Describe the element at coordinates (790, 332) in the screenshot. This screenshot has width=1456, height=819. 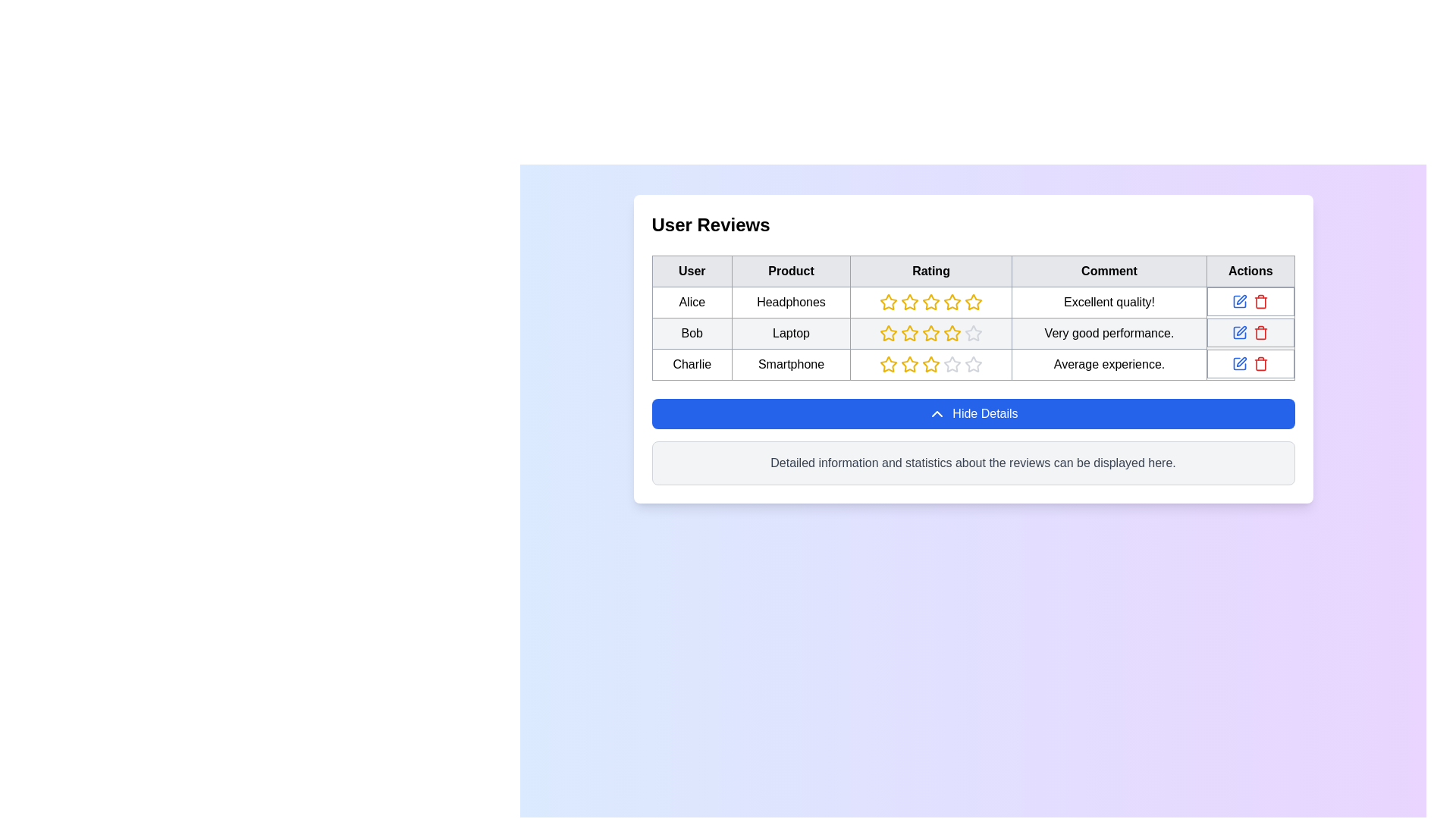
I see `the Text display label in the 'Product' column of the table in the second row associated with the user 'Bob'` at that location.